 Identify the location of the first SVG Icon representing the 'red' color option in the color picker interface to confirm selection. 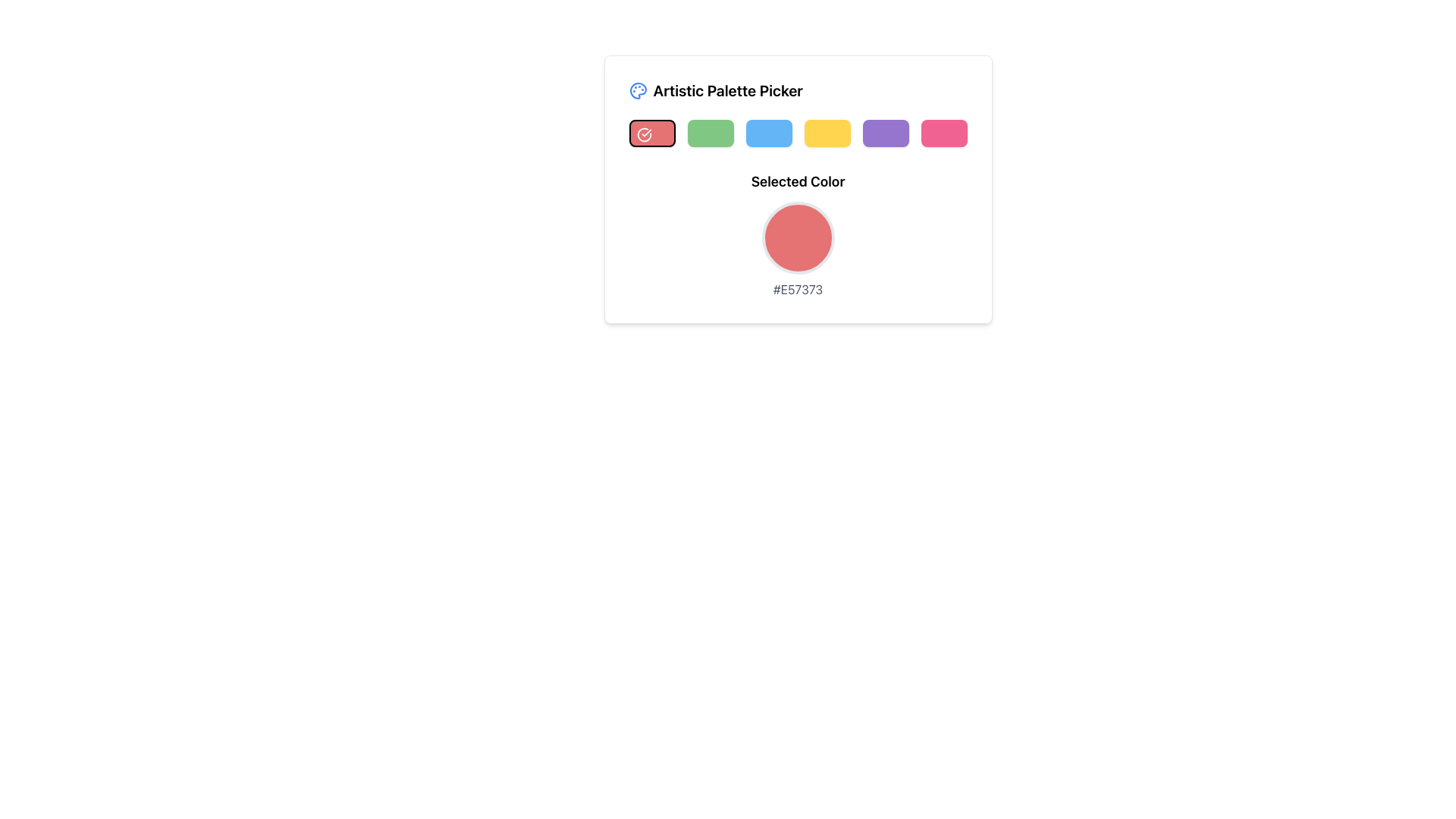
(644, 133).